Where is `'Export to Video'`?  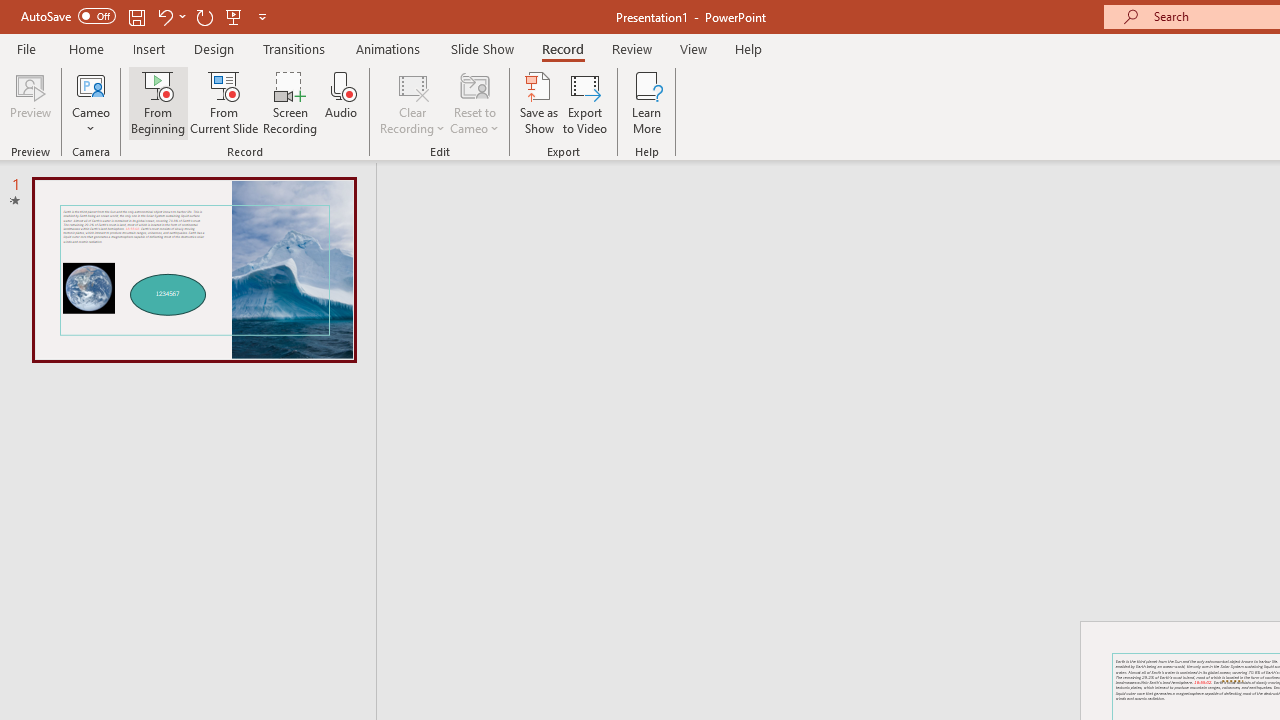
'Export to Video' is located at coordinates (584, 103).